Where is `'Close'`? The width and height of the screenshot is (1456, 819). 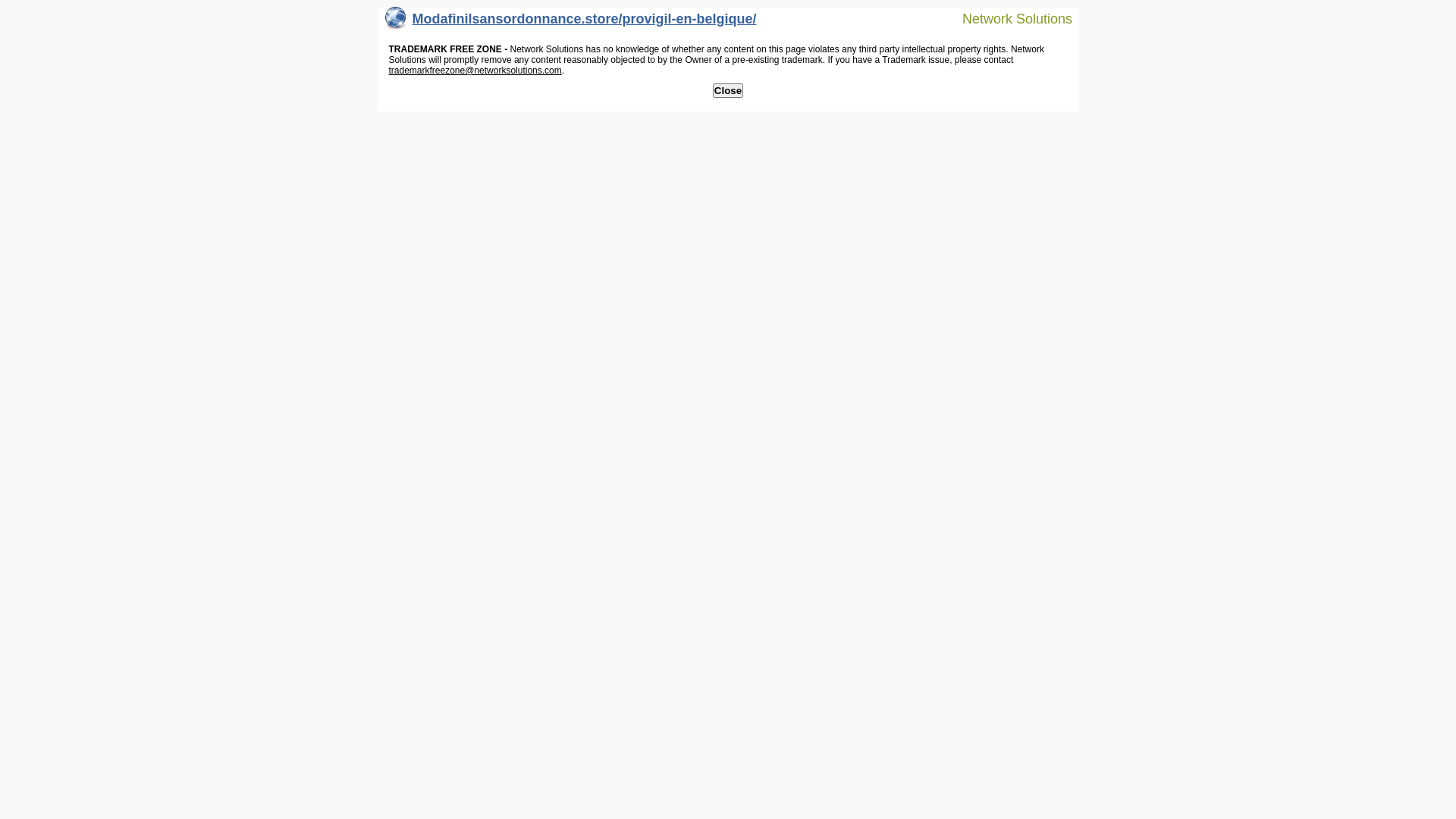
'Close' is located at coordinates (728, 90).